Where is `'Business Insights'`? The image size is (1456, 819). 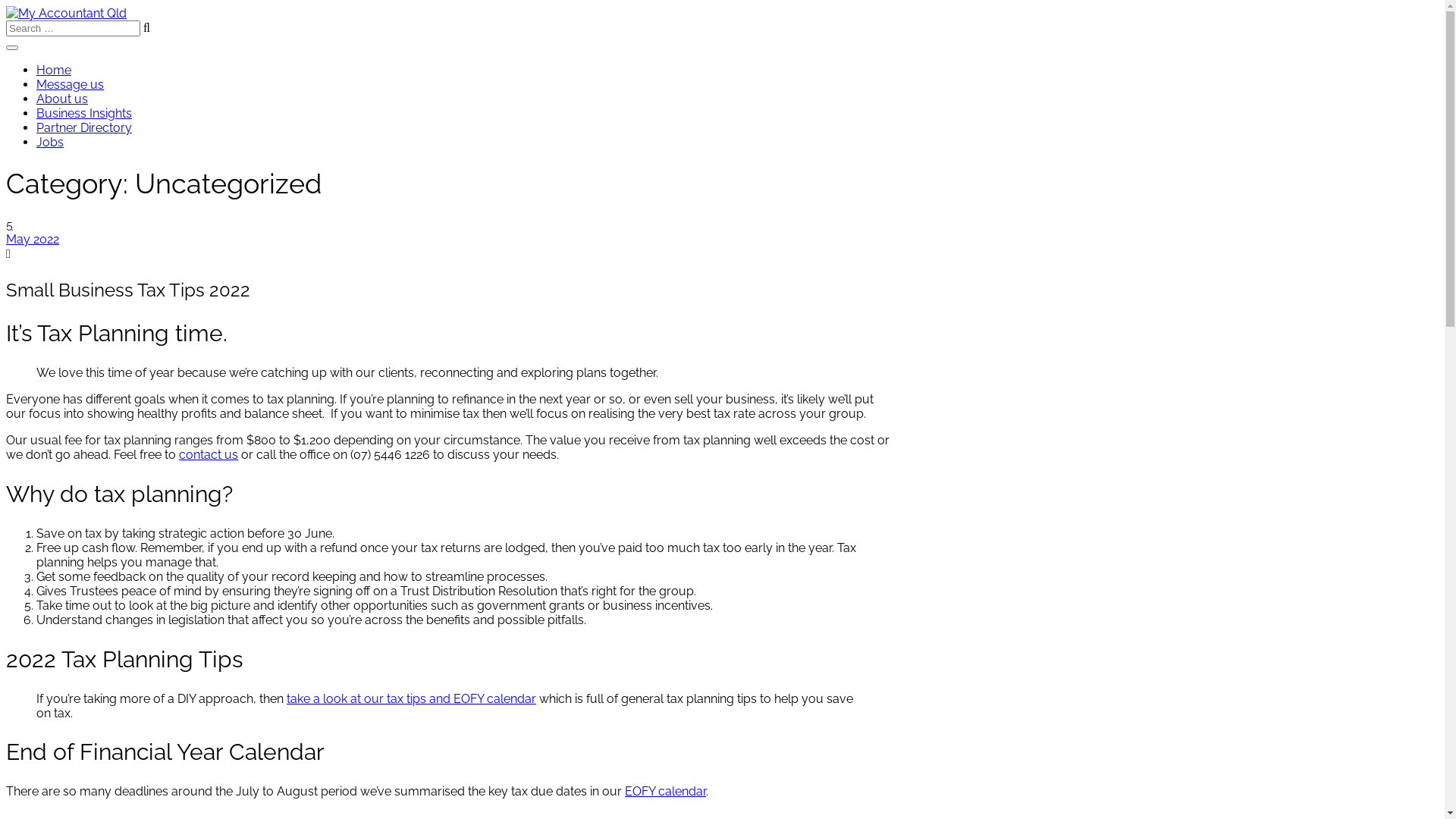 'Business Insights' is located at coordinates (83, 112).